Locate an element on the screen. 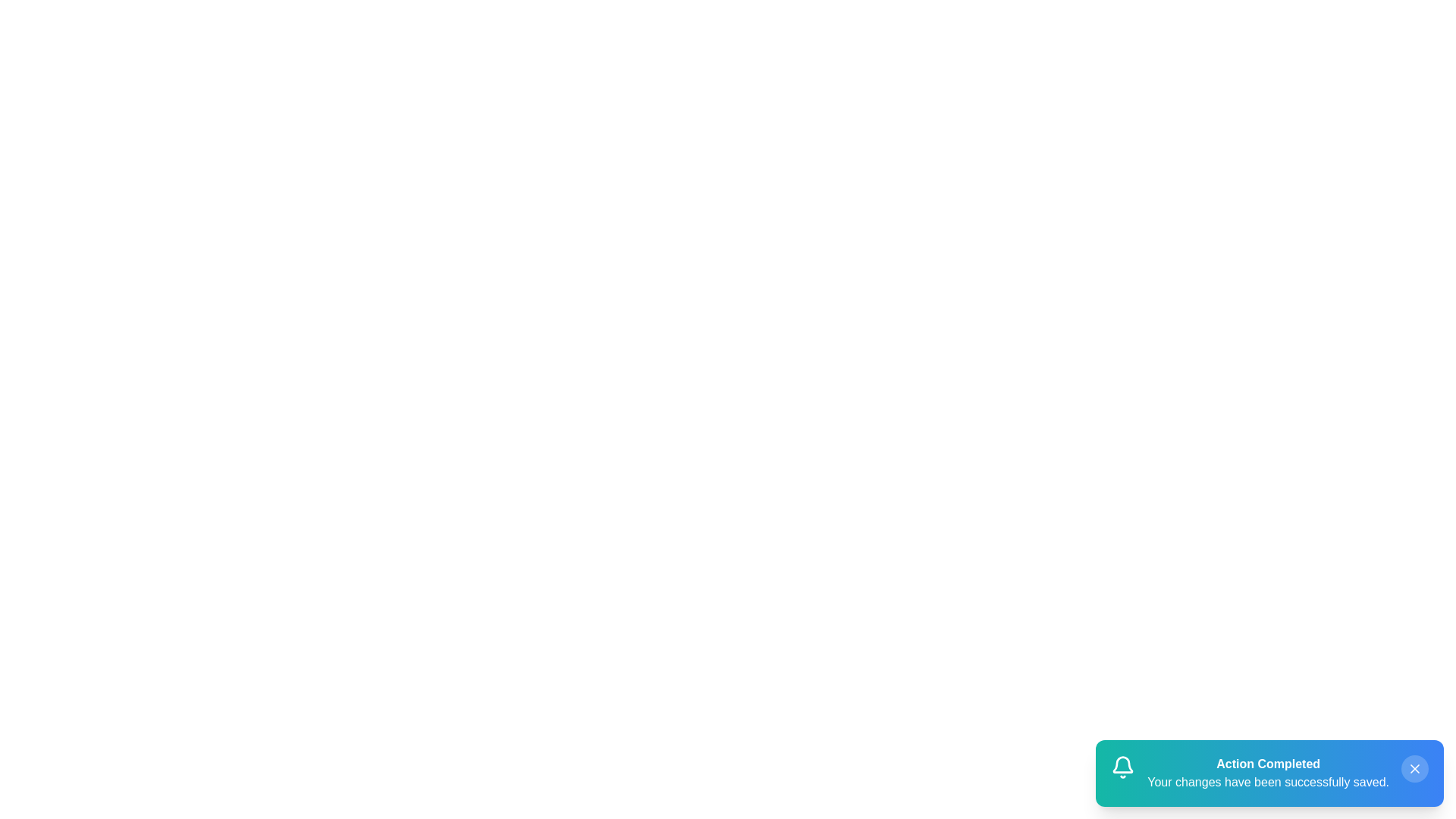  close button to dismiss the notification is located at coordinates (1414, 769).